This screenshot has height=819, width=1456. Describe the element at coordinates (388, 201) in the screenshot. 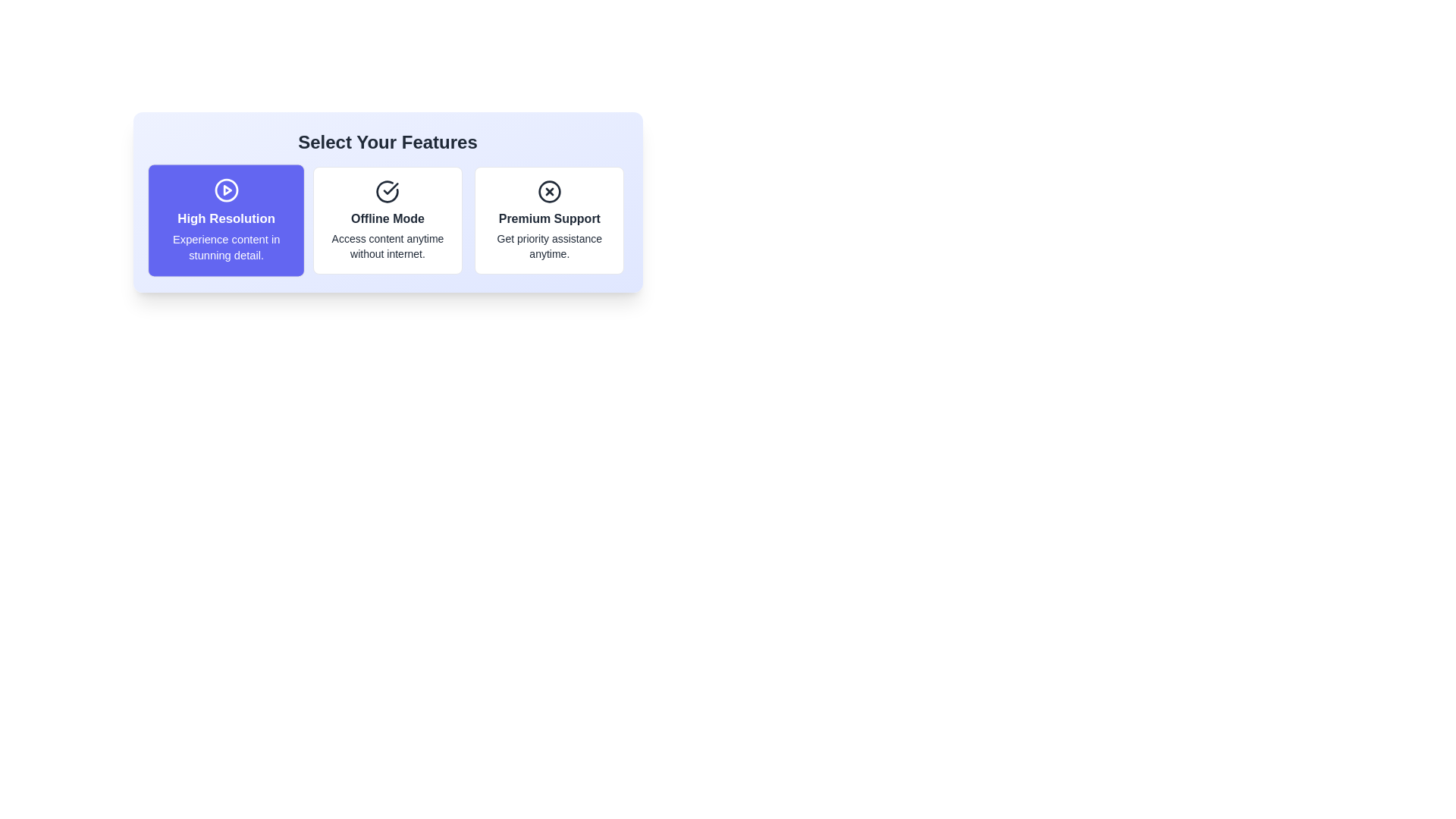

I see `the icons and descriptions of the feature cards in the section with the gradient background titled 'Select Your Features'` at that location.